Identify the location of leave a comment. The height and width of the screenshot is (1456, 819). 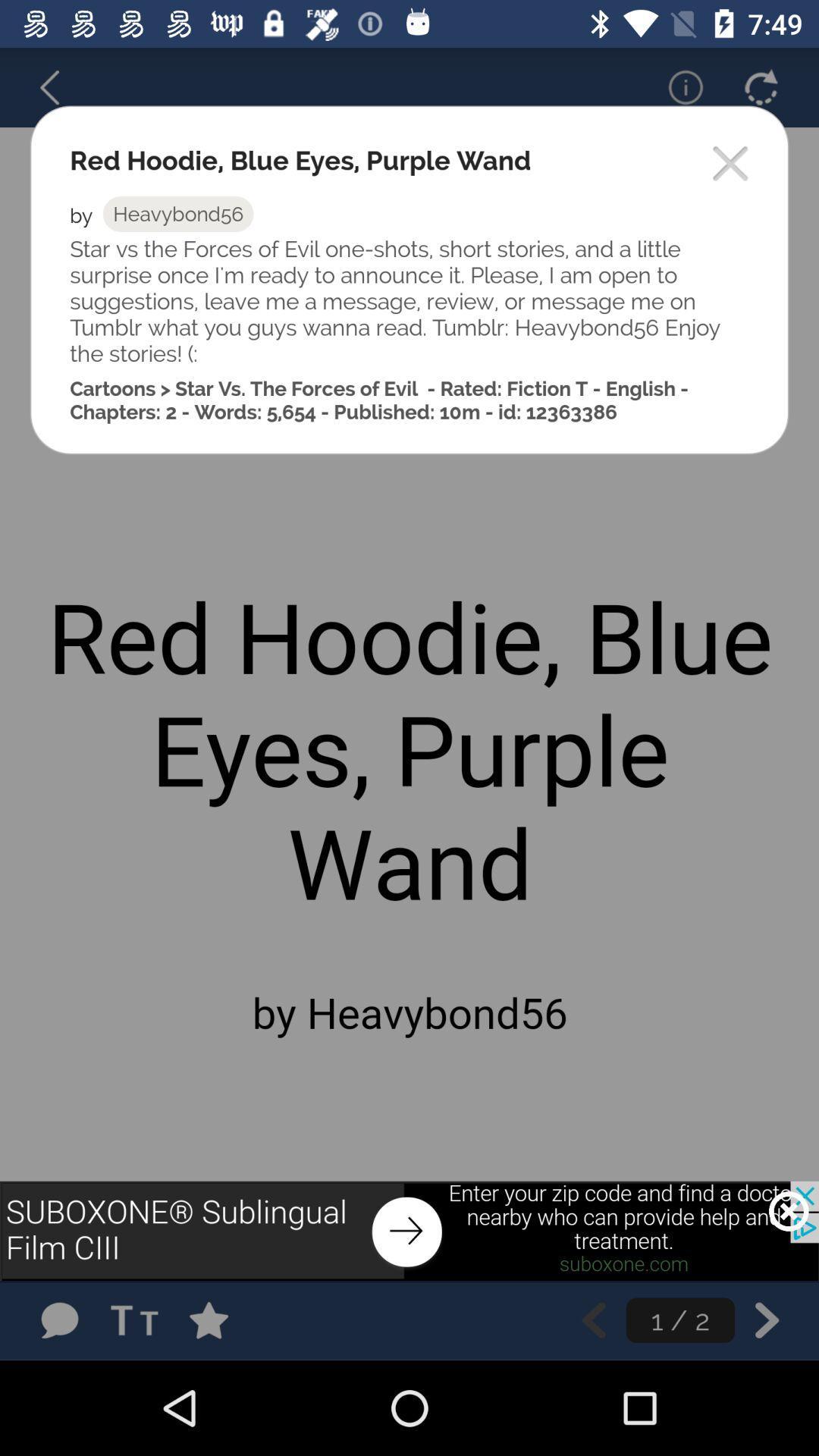
(58, 1319).